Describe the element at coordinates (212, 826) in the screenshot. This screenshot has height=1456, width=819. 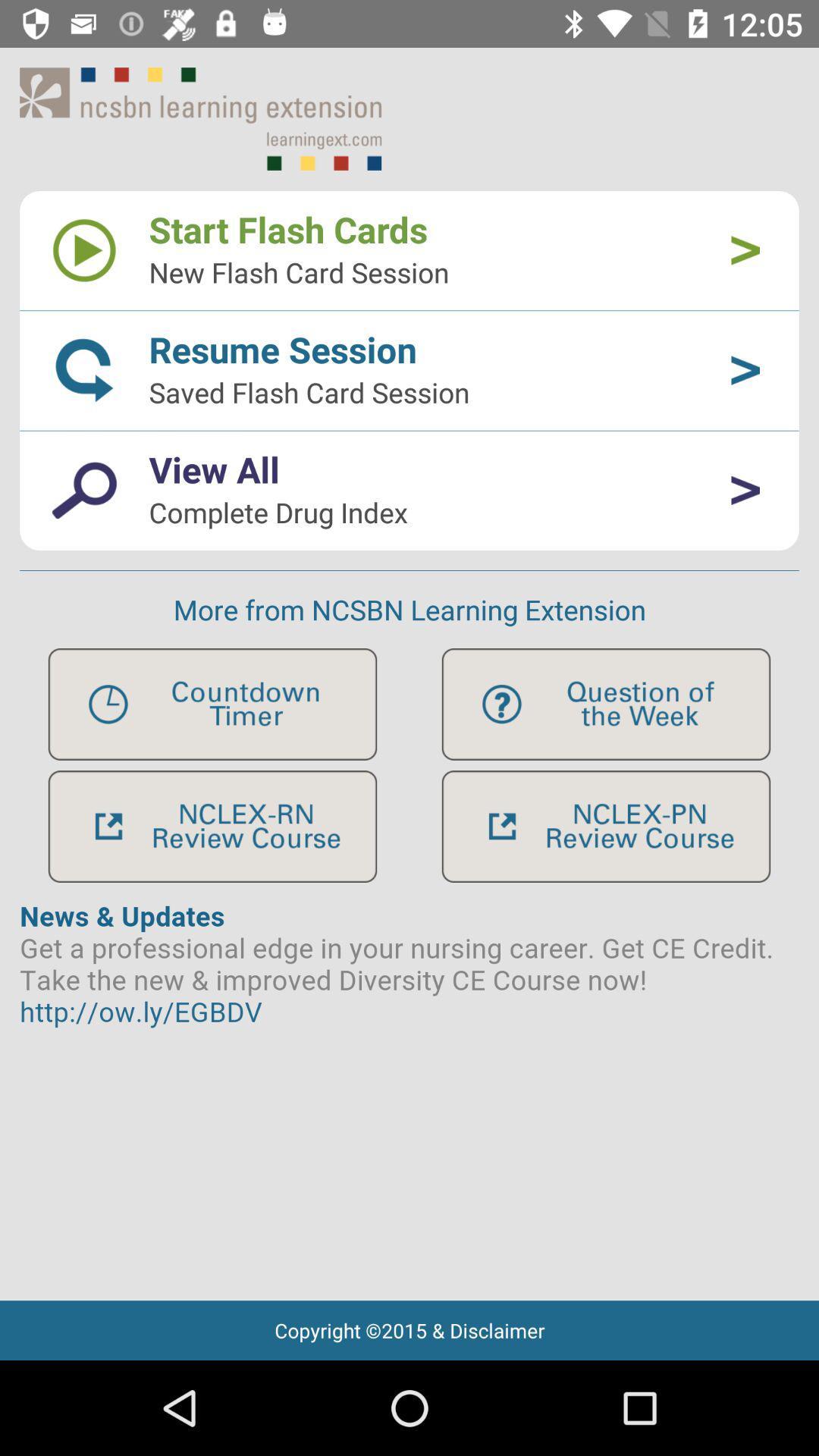
I see `nclex-rn review course` at that location.